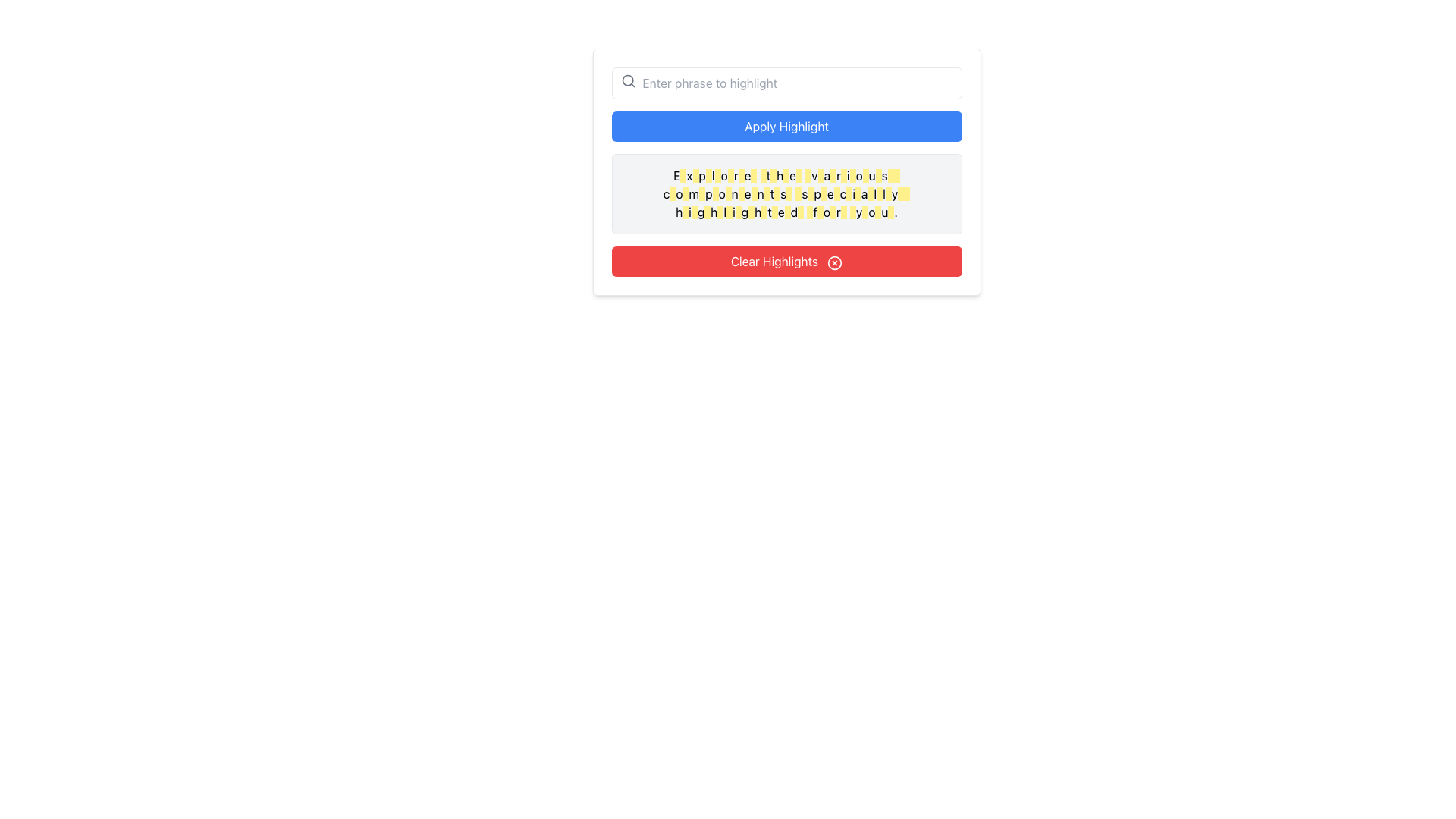 The height and width of the screenshot is (819, 1456). What do you see at coordinates (728, 193) in the screenshot?
I see `the fifth inline yellow-highlighted segment in the text section titled 'Explore the various components specially highlighted for you.'` at bounding box center [728, 193].